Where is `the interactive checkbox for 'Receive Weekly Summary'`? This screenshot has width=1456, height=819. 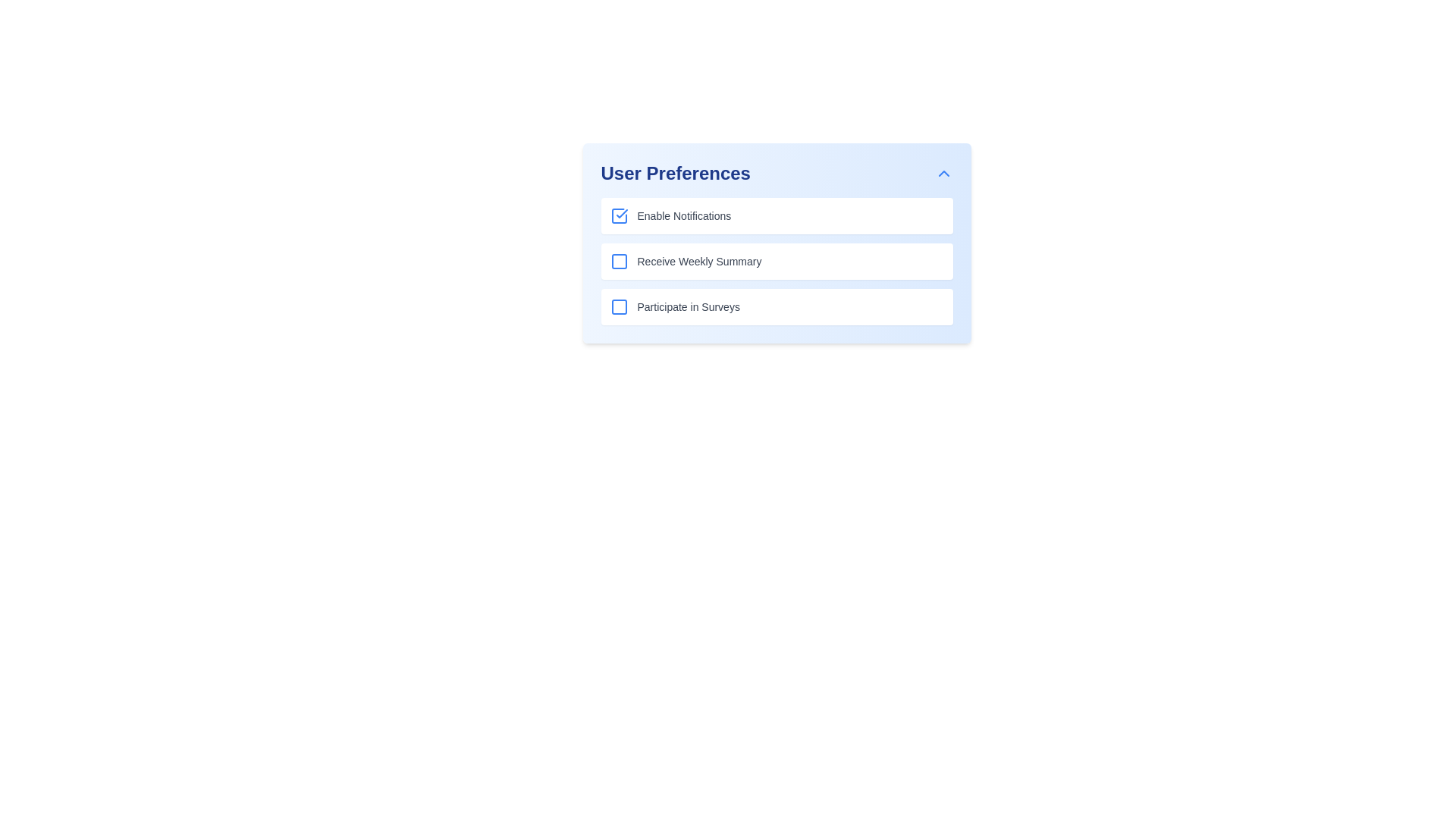 the interactive checkbox for 'Receive Weekly Summary' is located at coordinates (619, 260).